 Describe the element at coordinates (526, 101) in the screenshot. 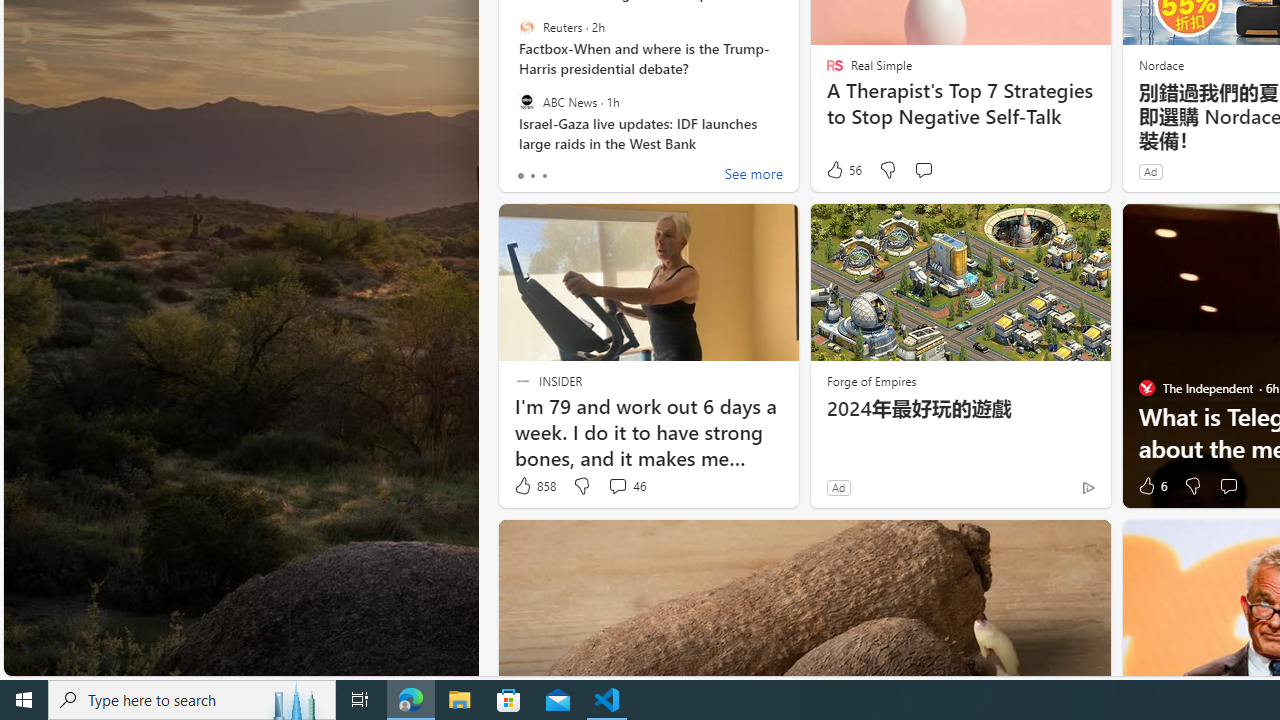

I see `'ABC News'` at that location.